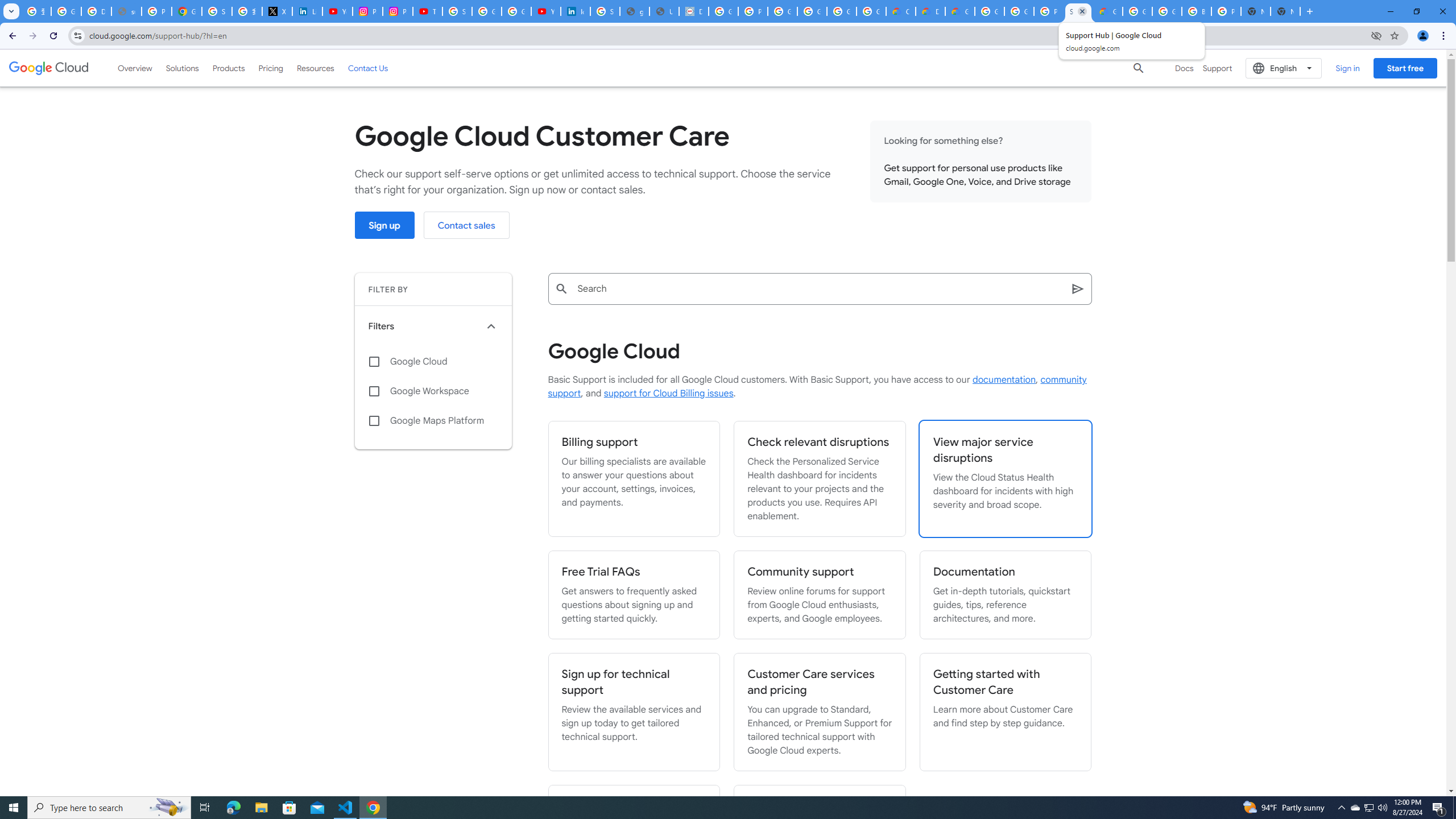  What do you see at coordinates (959, 11) in the screenshot?
I see `'Gemini for Business and Developers | Google Cloud'` at bounding box center [959, 11].